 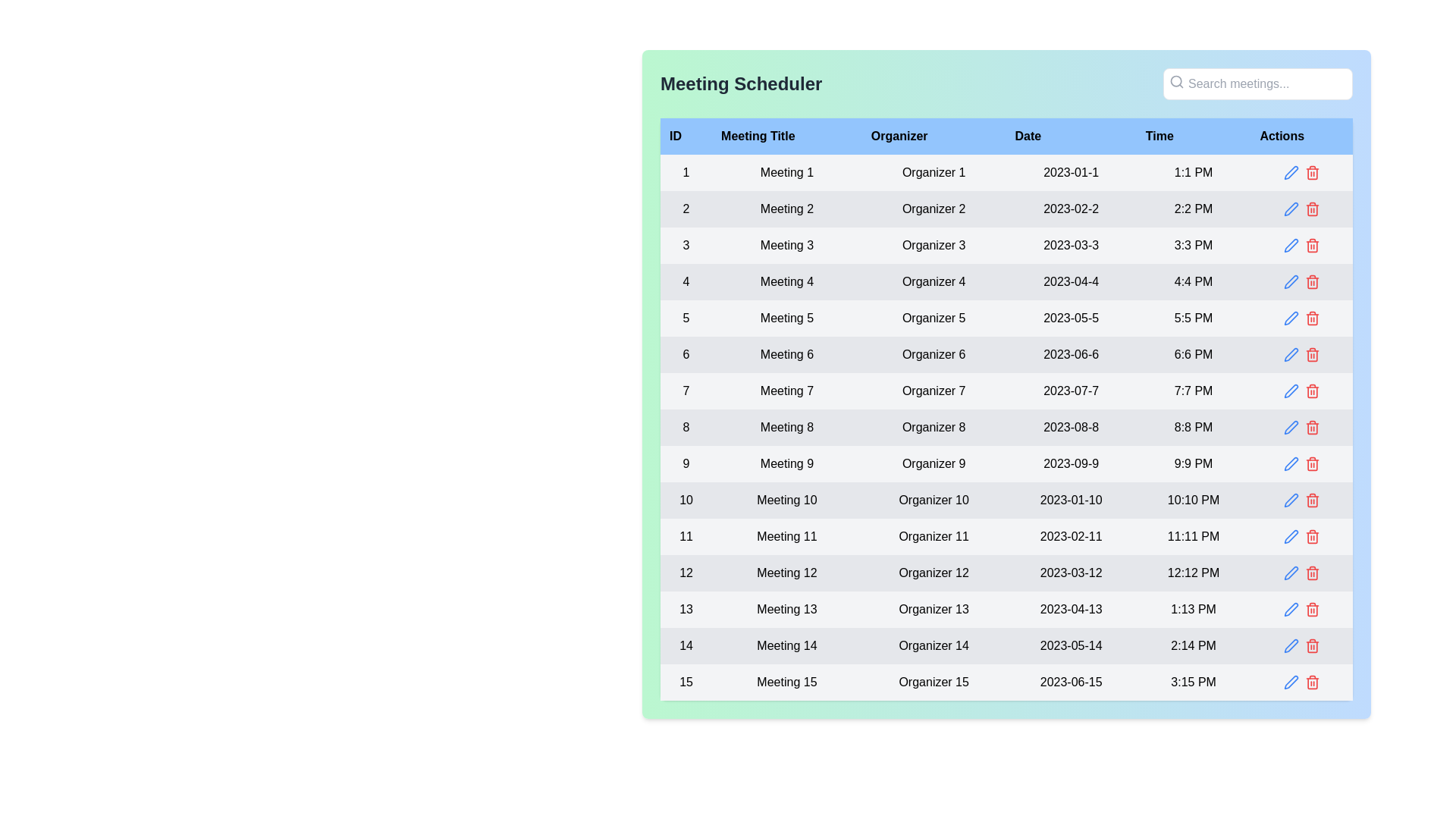 What do you see at coordinates (1193, 171) in the screenshot?
I see `the text display showing the time '1:1 PM' in the table's first row, fifth column labeled 'Time'` at bounding box center [1193, 171].